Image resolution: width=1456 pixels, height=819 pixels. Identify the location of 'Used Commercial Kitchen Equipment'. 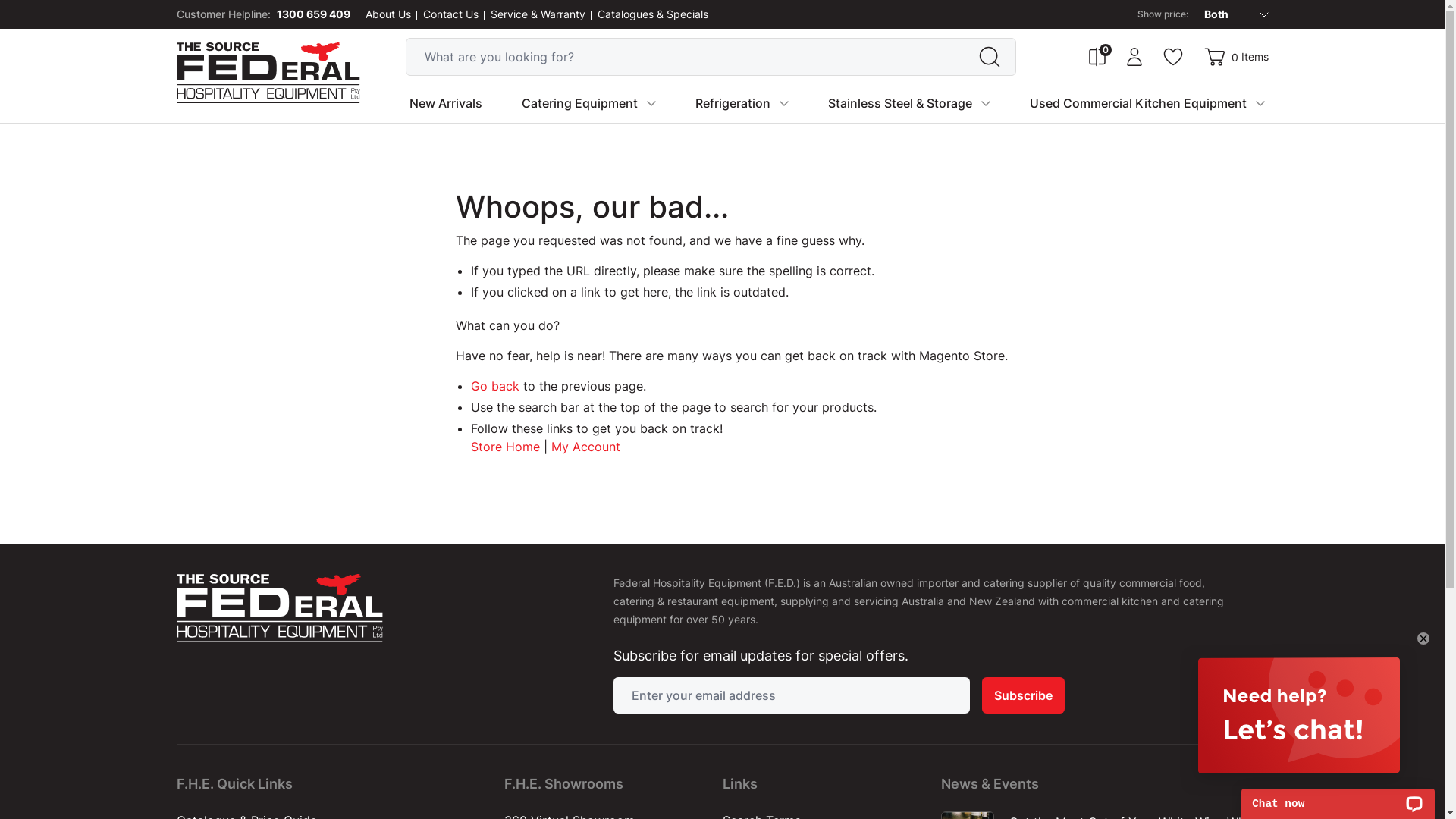
(1138, 102).